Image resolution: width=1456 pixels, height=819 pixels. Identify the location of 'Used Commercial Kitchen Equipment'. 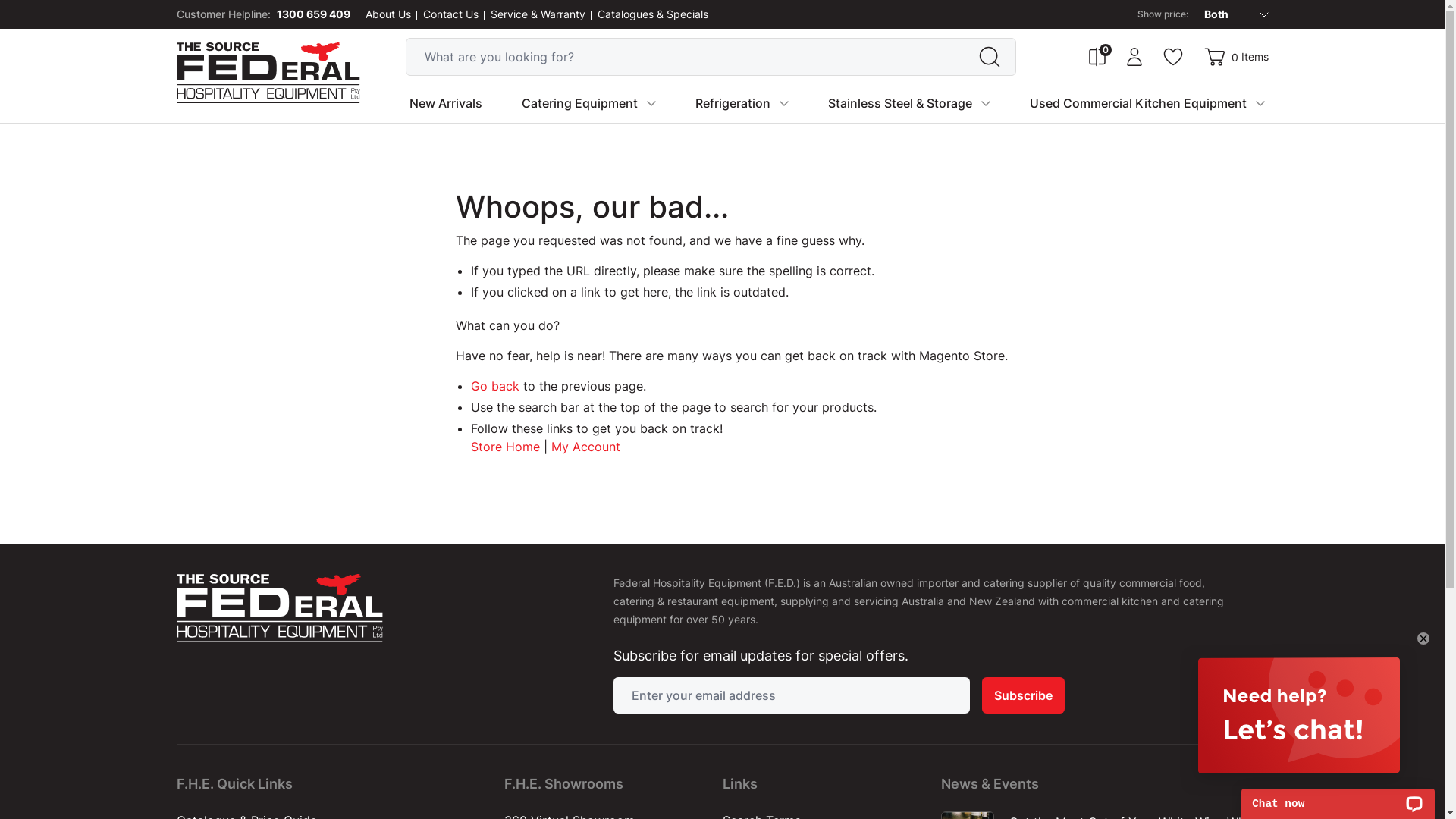
(1138, 102).